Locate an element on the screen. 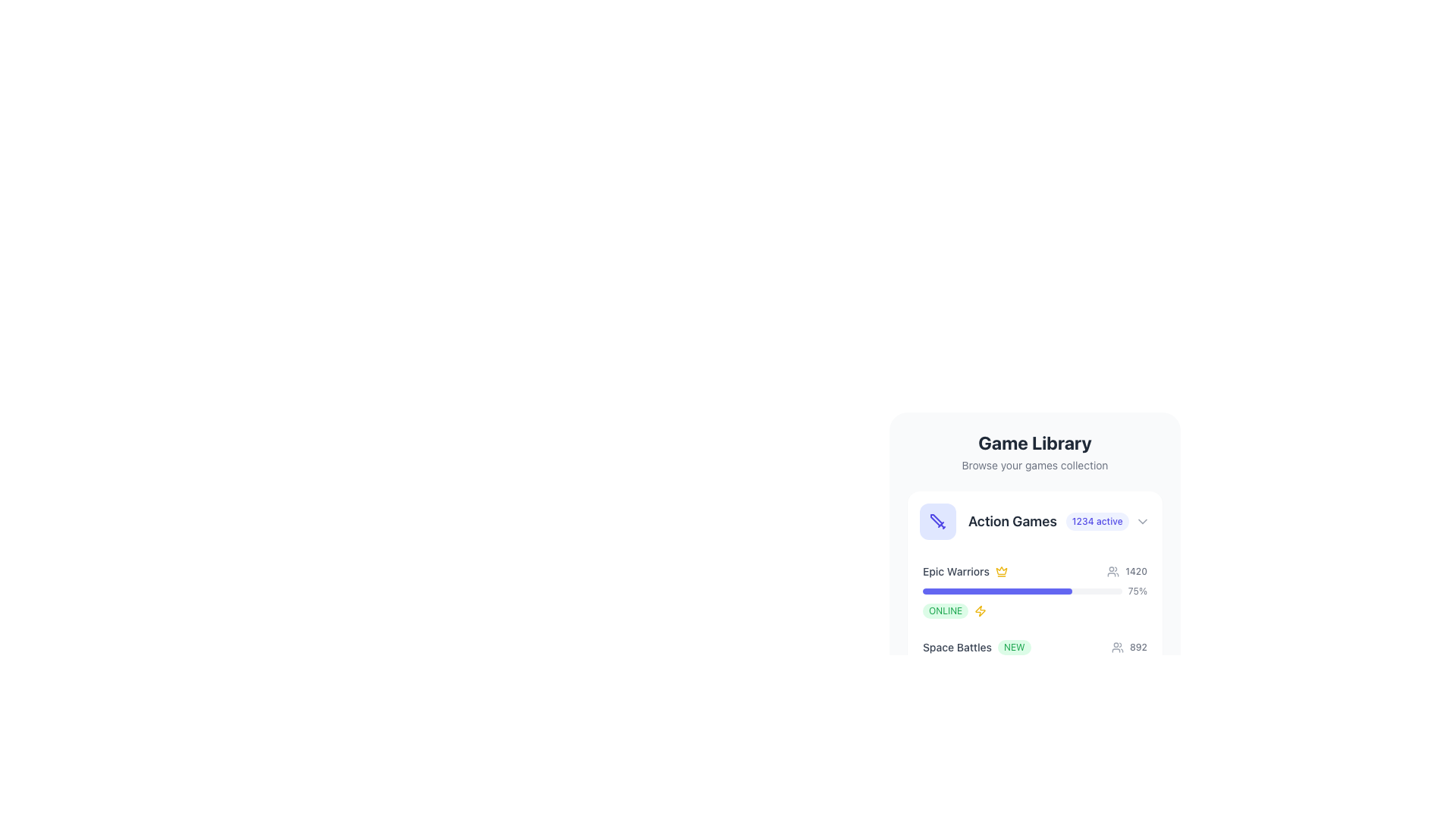 This screenshot has width=1456, height=819. the lightning bolt icon, which indicates a premium or high-energy status for the game 'Epic Warriors', located directly to the right of the 'ONLINE' green badge in the game library section is located at coordinates (981, 610).